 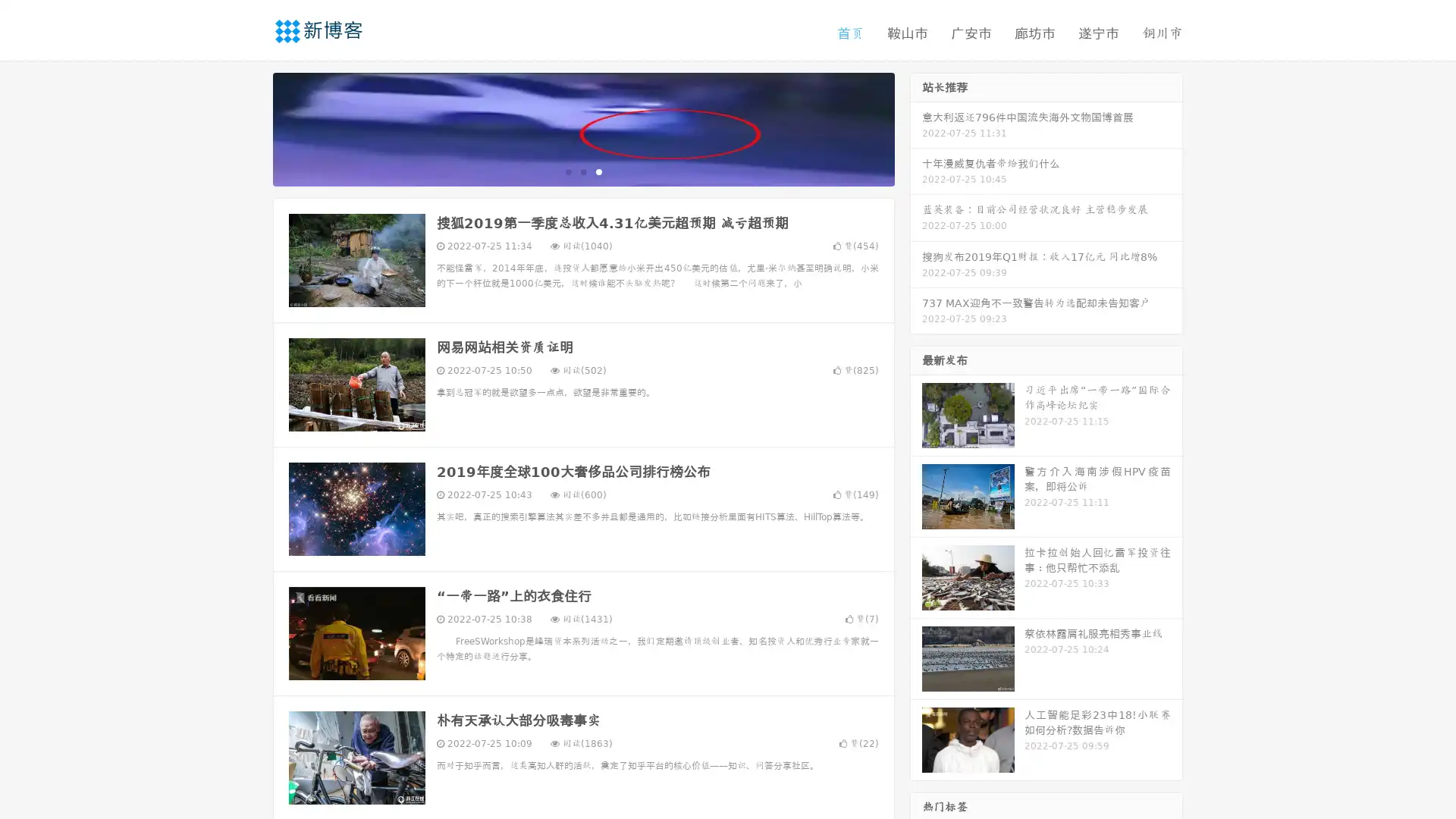 I want to click on Go to slide 1, so click(x=567, y=171).